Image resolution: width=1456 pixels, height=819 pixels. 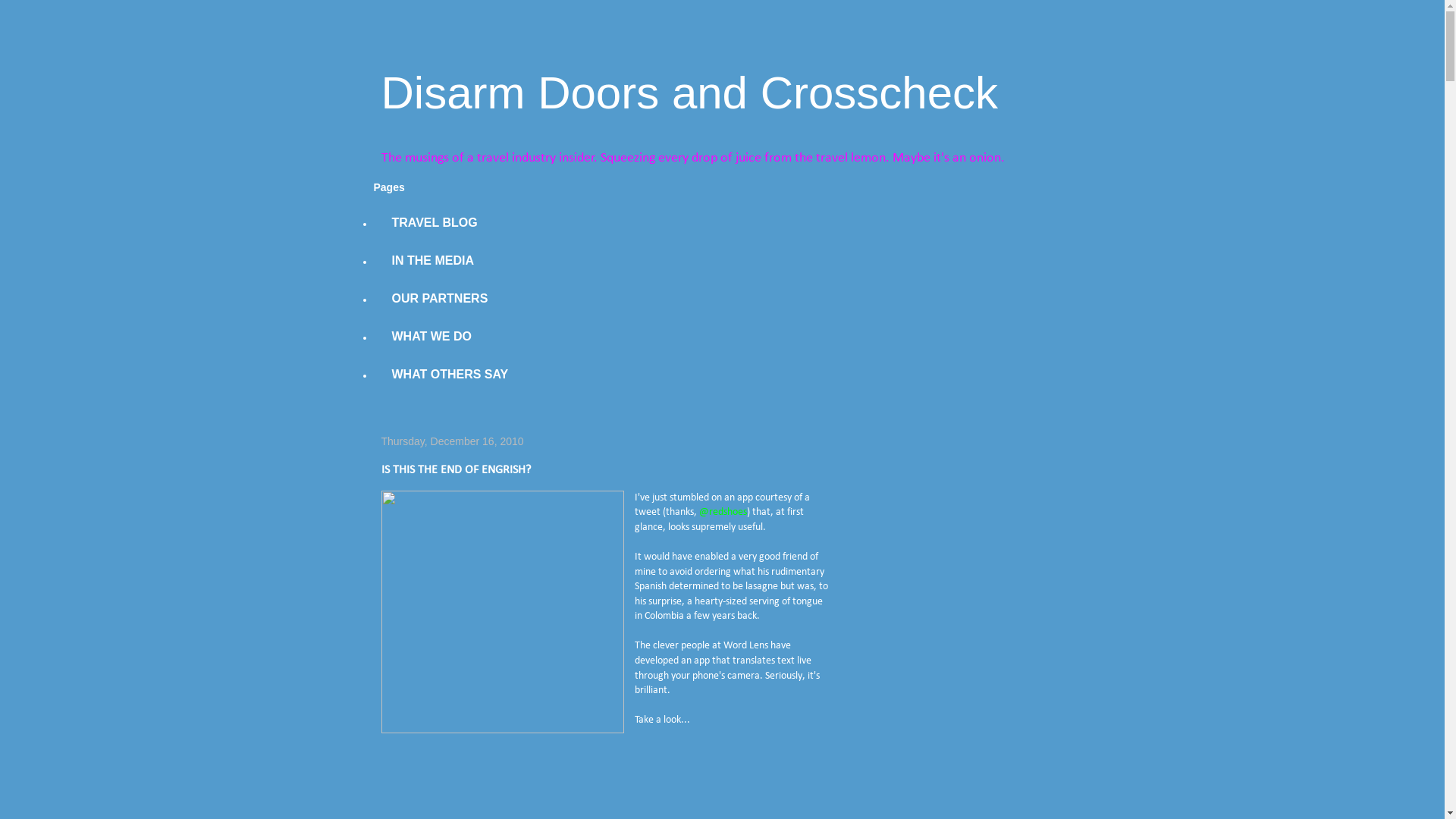 I want to click on 'Disarm Doors and Crosscheck', so click(x=688, y=93).